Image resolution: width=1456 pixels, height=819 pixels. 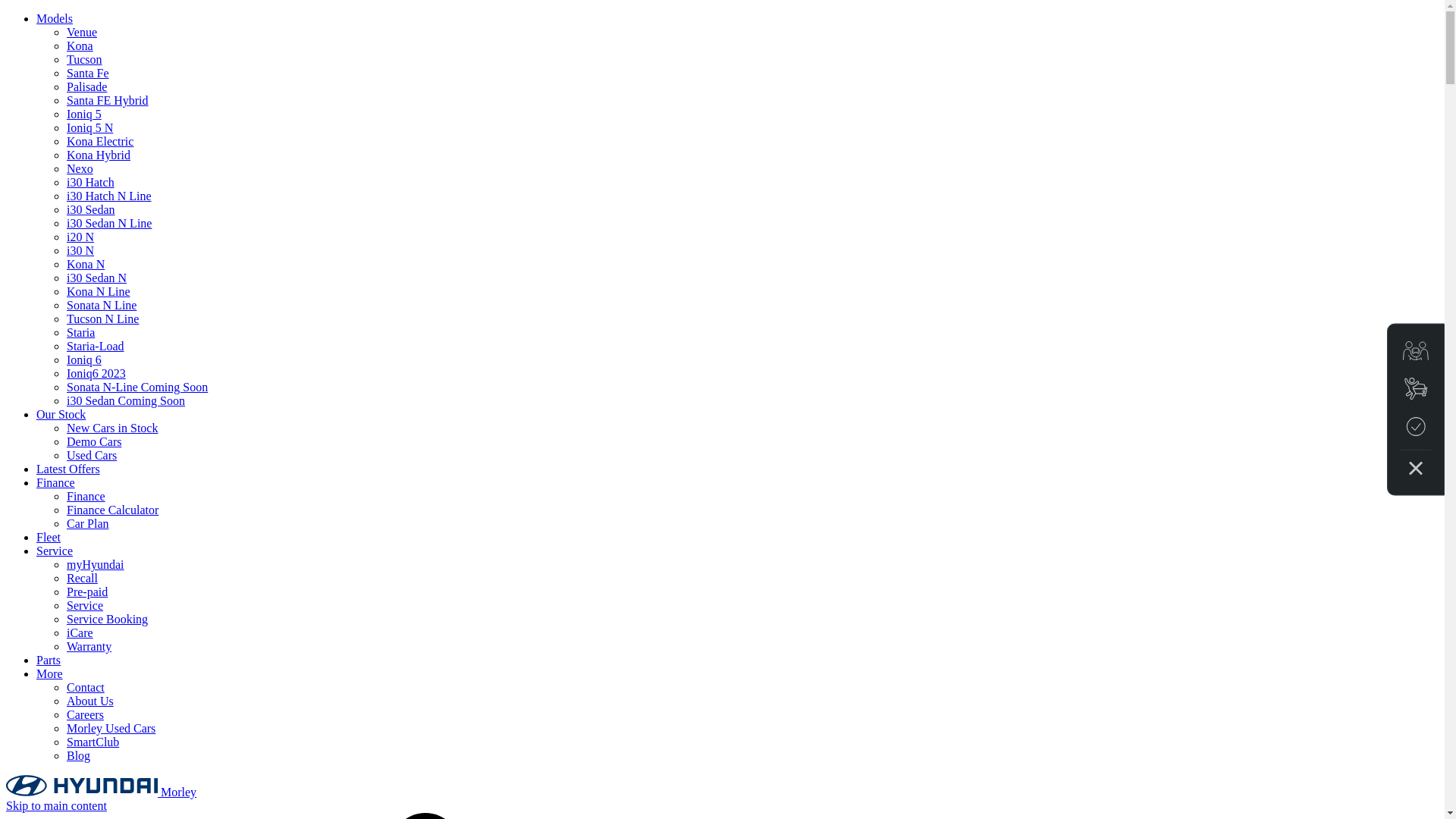 I want to click on 'i30 Sedan Coming Soon', so click(x=126, y=400).